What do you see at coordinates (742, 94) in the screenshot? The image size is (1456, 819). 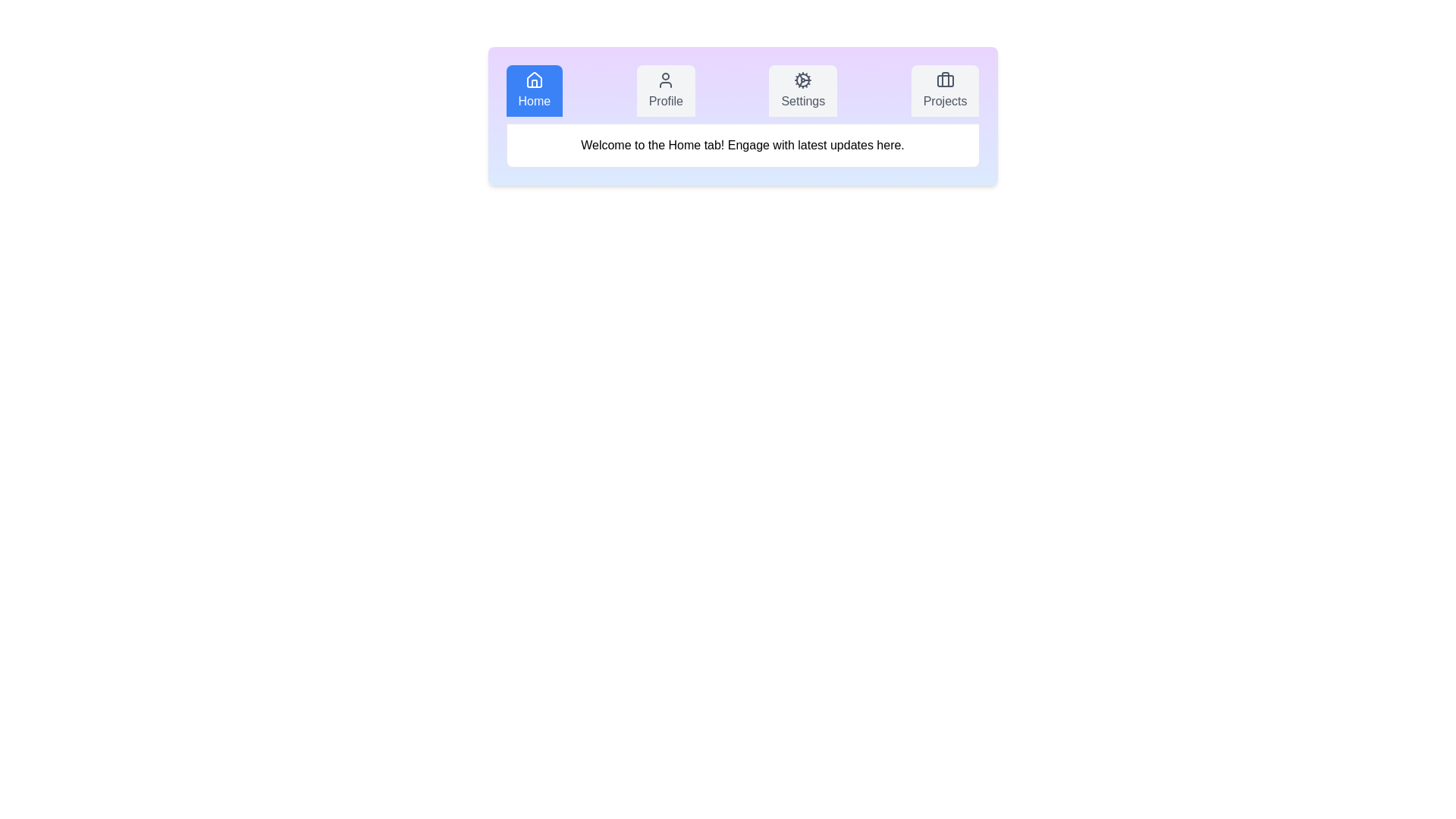 I see `the navigation bar component` at bounding box center [742, 94].